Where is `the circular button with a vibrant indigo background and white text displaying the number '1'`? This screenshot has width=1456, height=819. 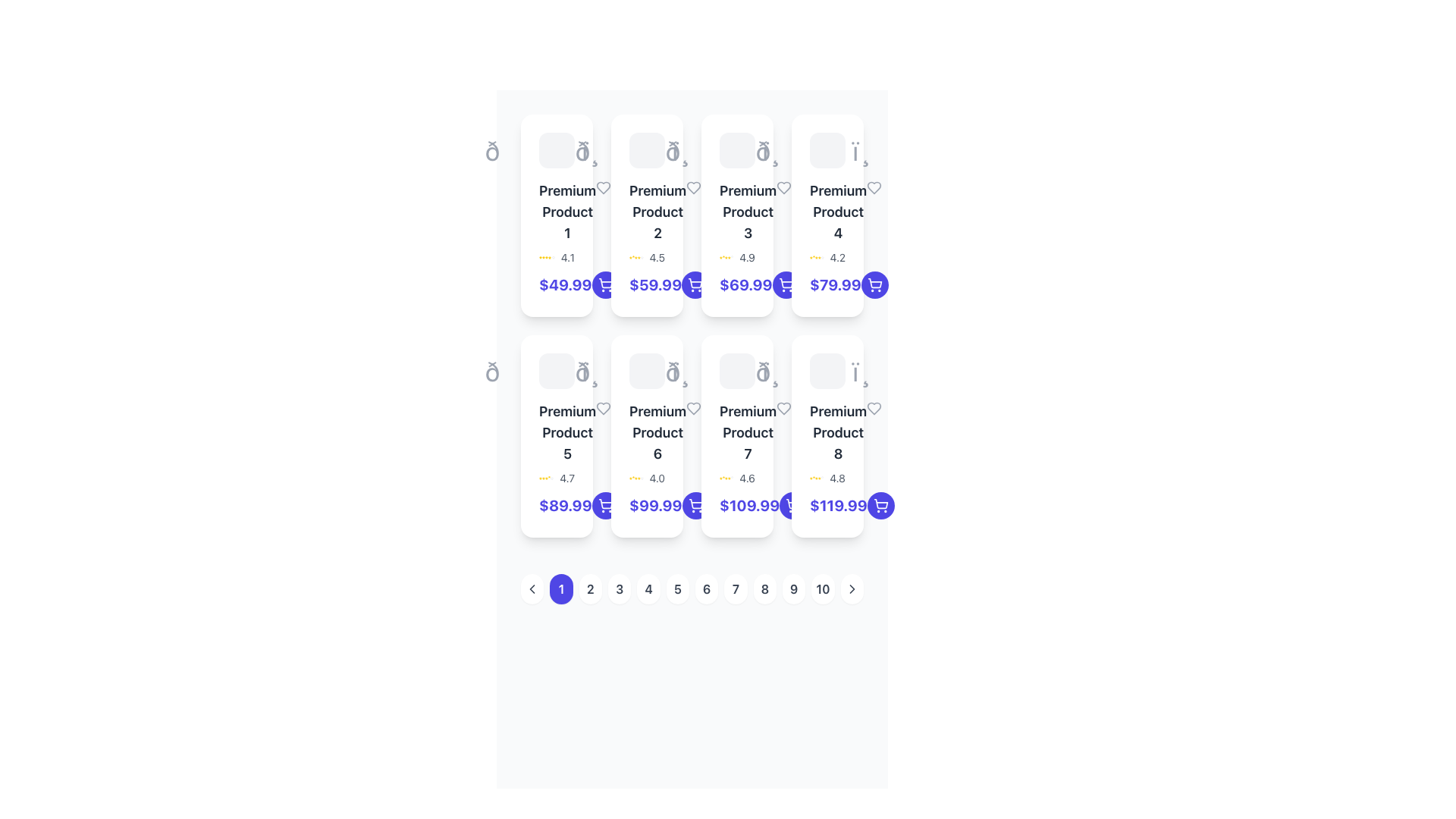
the circular button with a vibrant indigo background and white text displaying the number '1' is located at coordinates (560, 588).